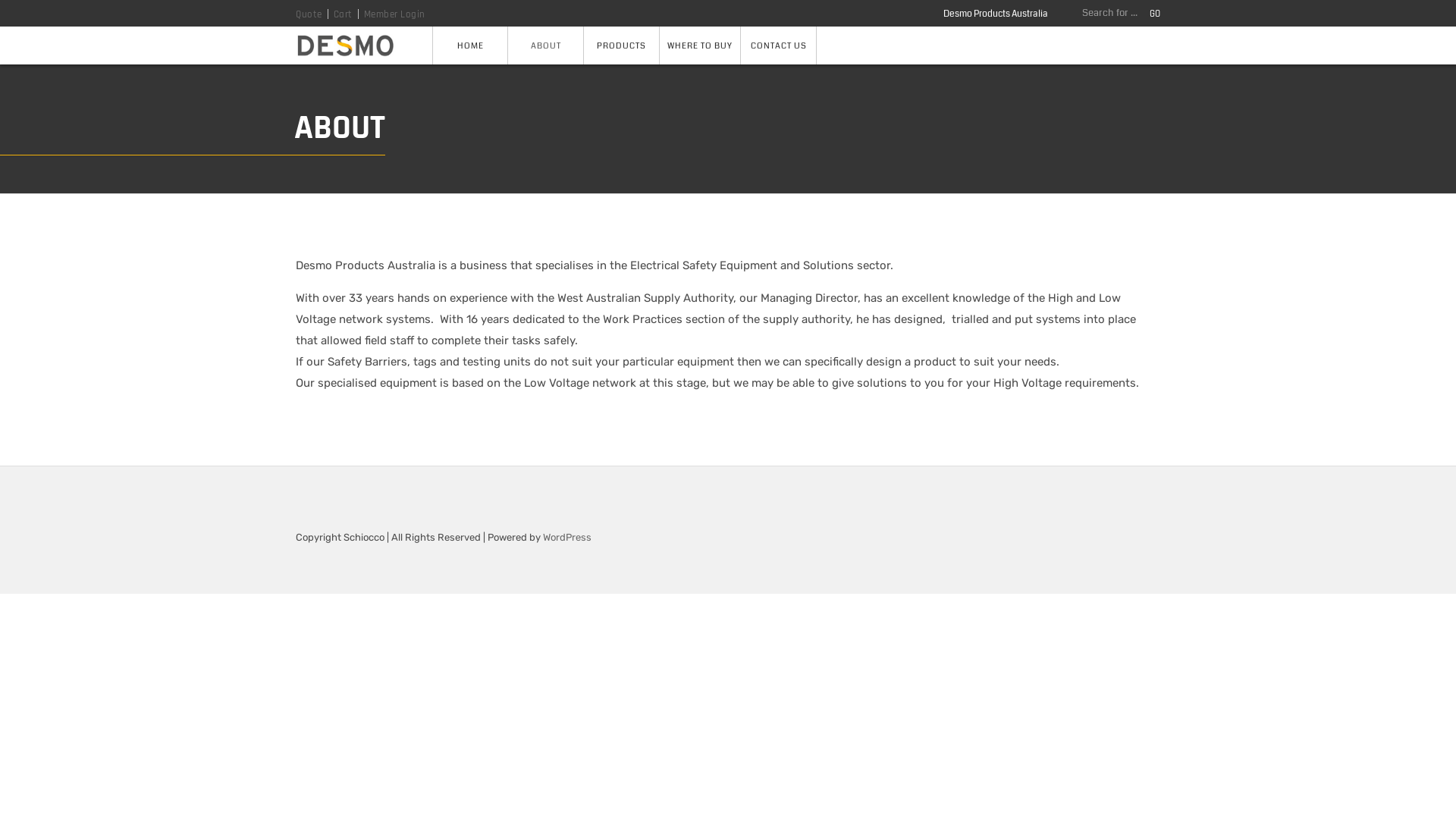 Image resolution: width=1456 pixels, height=819 pixels. Describe the element at coordinates (566, 535) in the screenshot. I see `'WordPress'` at that location.